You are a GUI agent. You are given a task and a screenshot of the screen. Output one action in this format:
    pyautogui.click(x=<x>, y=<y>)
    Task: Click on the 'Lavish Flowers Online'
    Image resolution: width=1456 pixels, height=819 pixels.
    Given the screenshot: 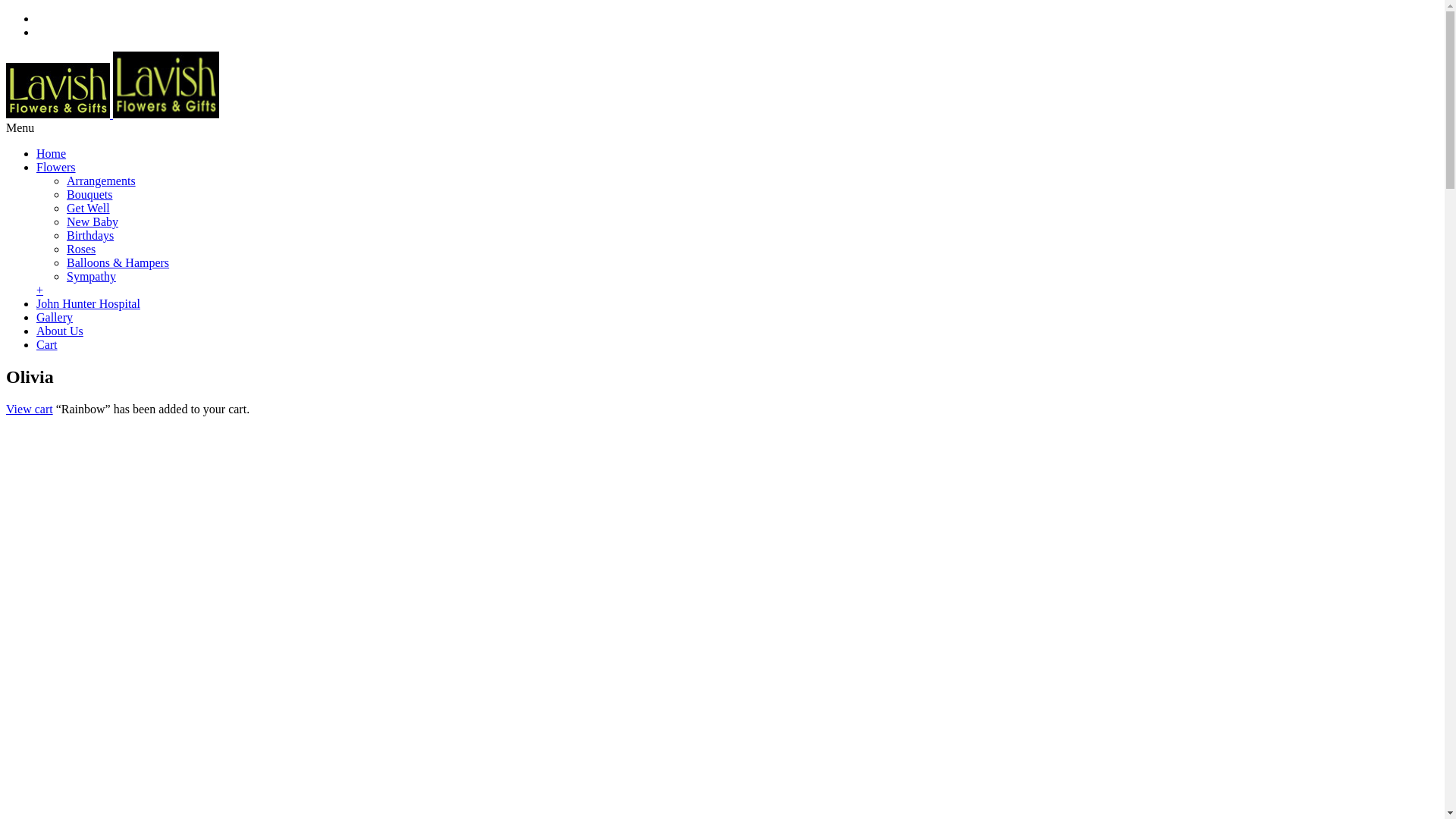 What is the action you would take?
    pyautogui.click(x=58, y=90)
    